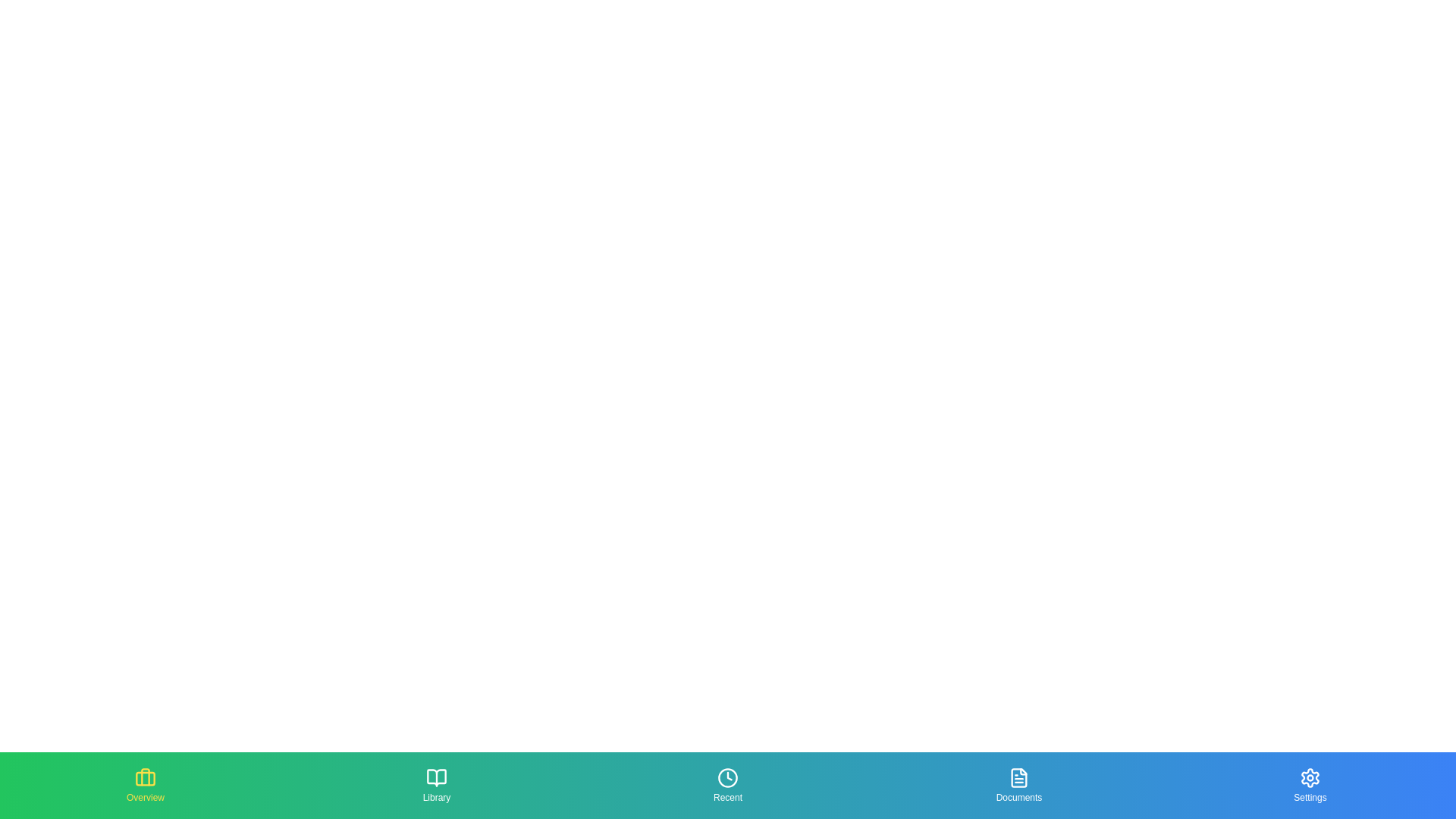 The image size is (1456, 819). Describe the element at coordinates (728, 785) in the screenshot. I see `the section button corresponding to Recent` at that location.